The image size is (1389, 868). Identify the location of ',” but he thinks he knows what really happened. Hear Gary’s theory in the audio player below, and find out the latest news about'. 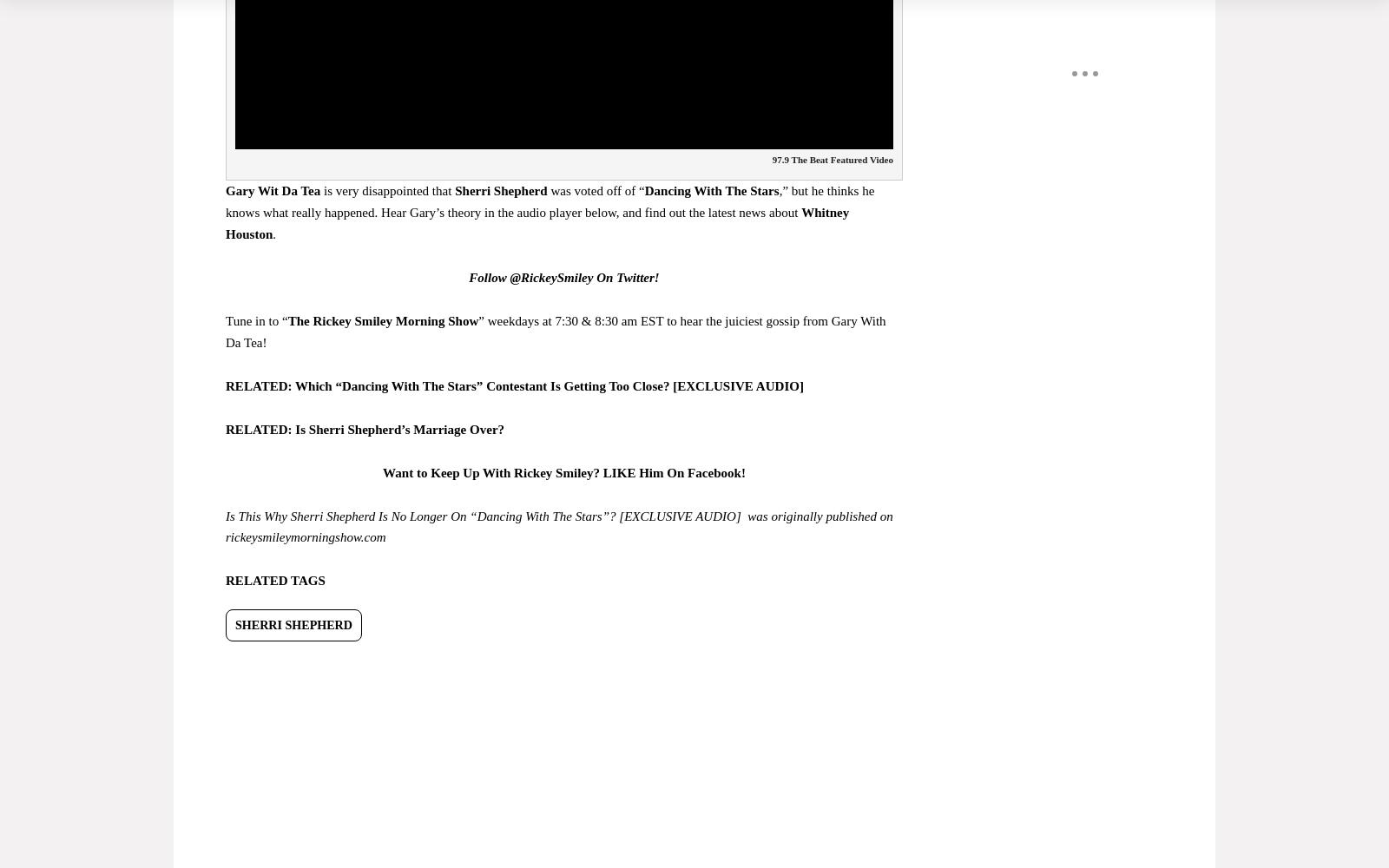
(550, 201).